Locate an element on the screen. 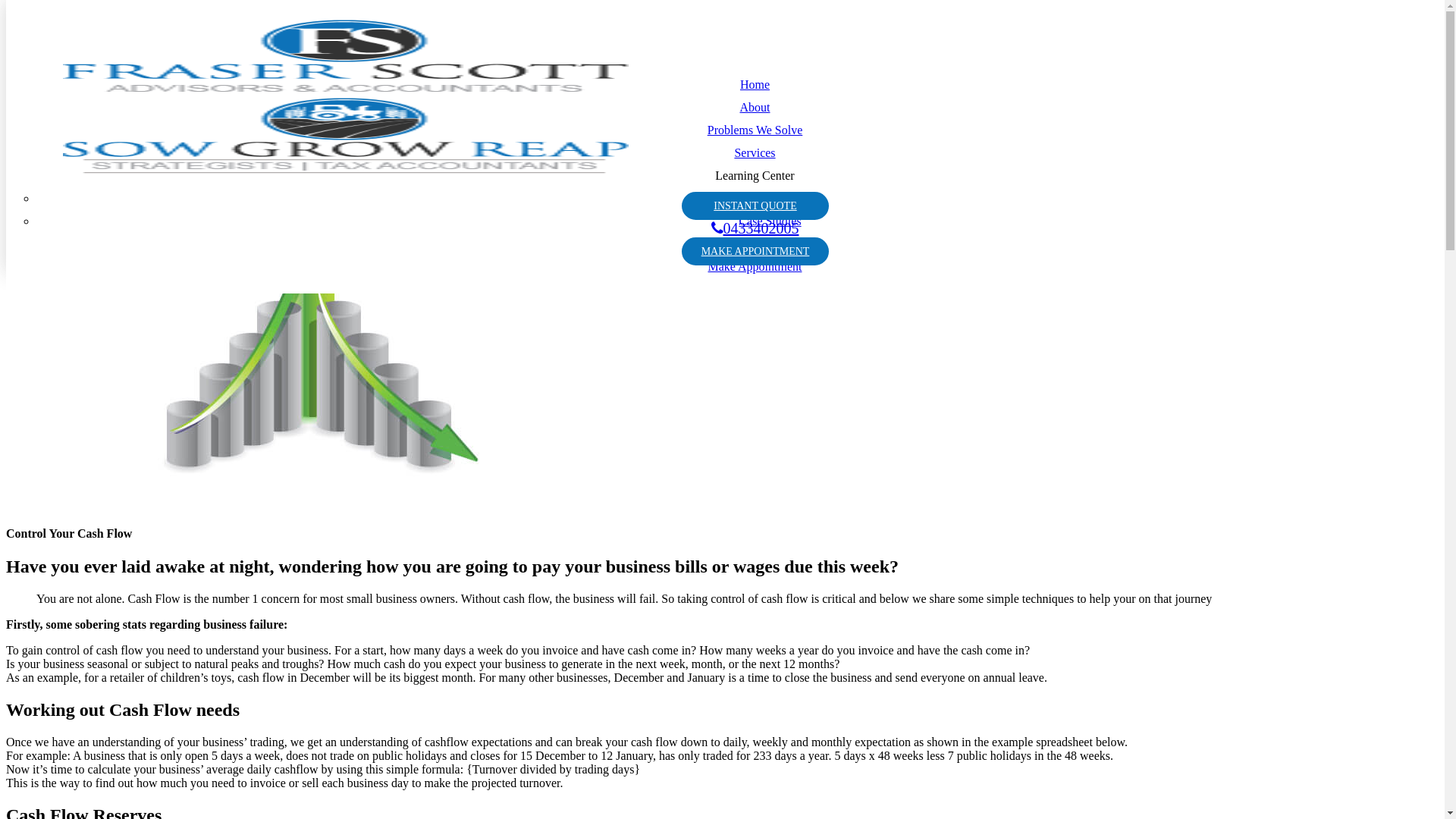  'INSTANT QUOTE' is located at coordinates (755, 206).